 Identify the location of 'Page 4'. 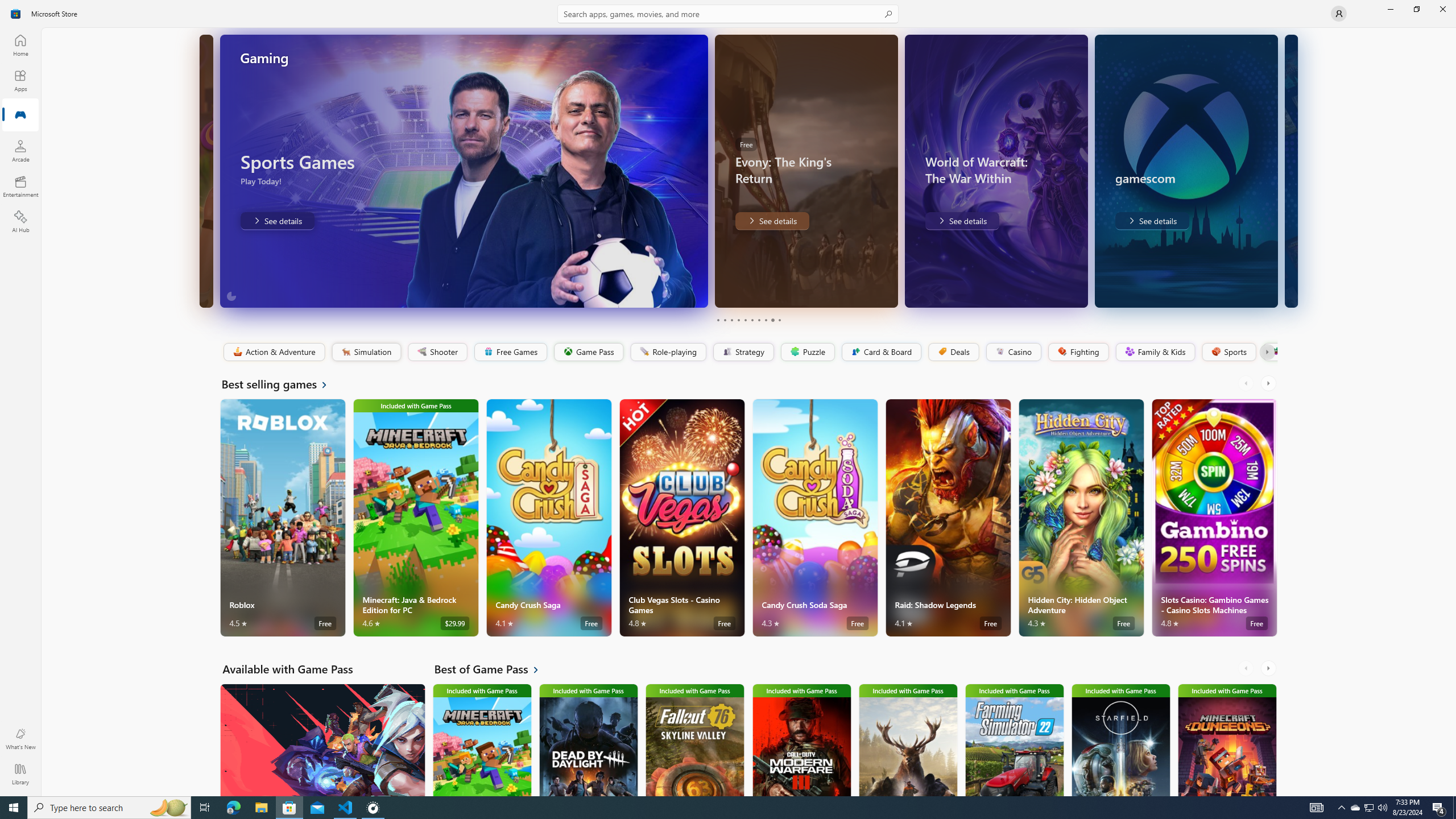
(737, 320).